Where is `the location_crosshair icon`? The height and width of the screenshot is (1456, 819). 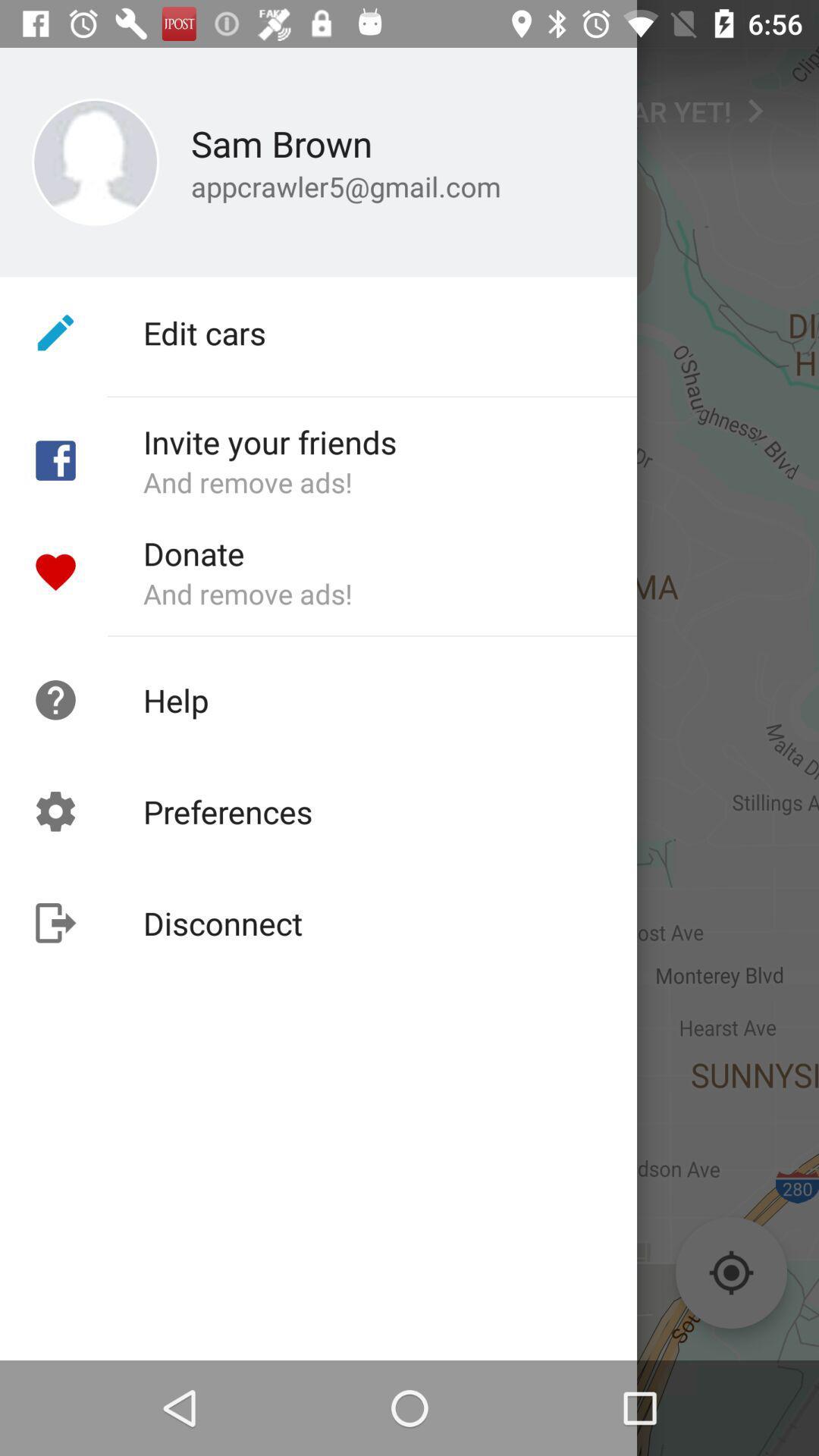 the location_crosshair icon is located at coordinates (730, 1272).